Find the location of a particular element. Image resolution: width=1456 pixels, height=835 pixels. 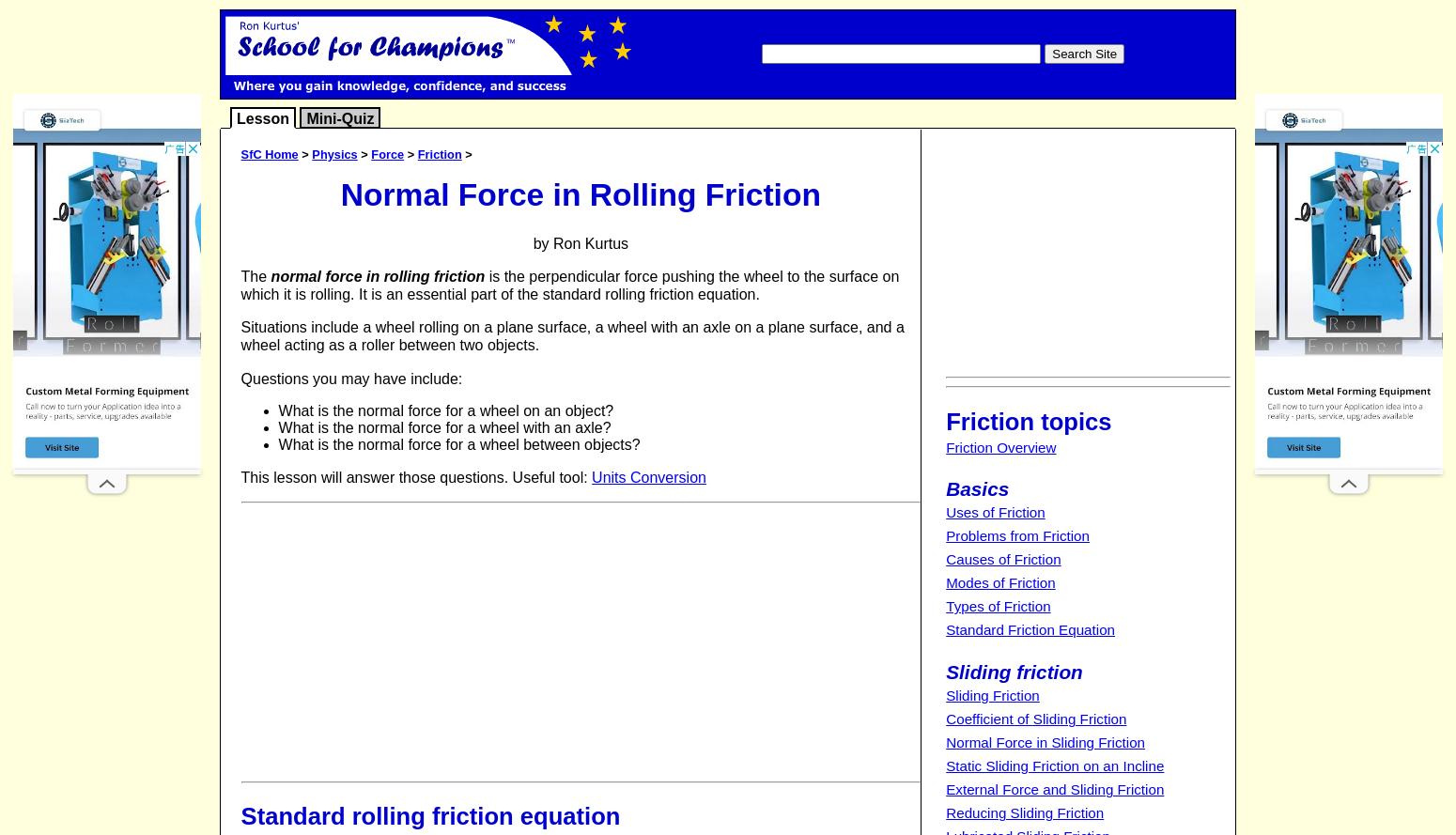

'Situations include a wheel rolling on a plane surface, a wheel with an axle on a plane surface, and a wheel acting as a roller between two objects.' is located at coordinates (571, 335).